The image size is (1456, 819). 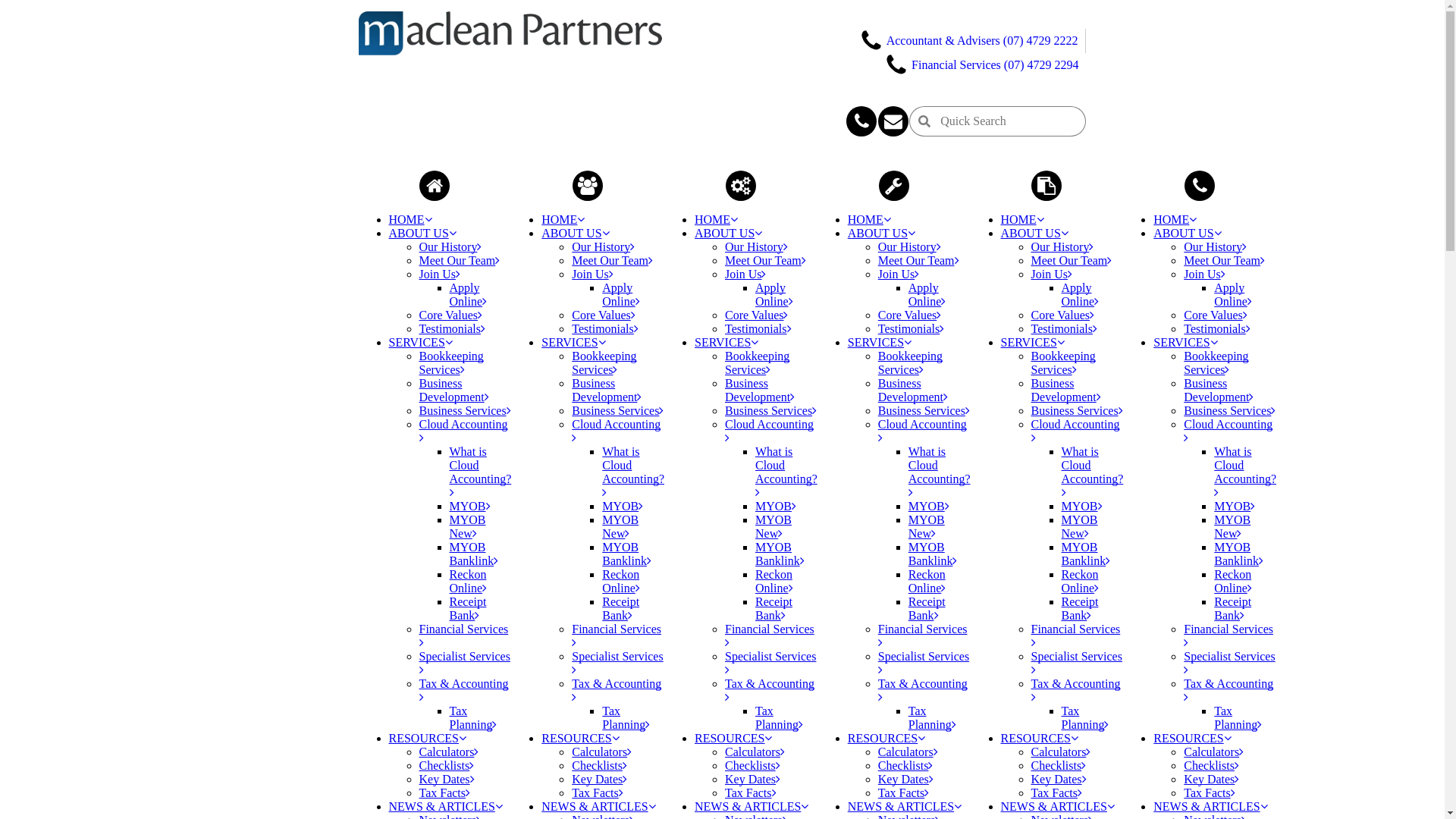 What do you see at coordinates (450, 328) in the screenshot?
I see `'Testimonials'` at bounding box center [450, 328].